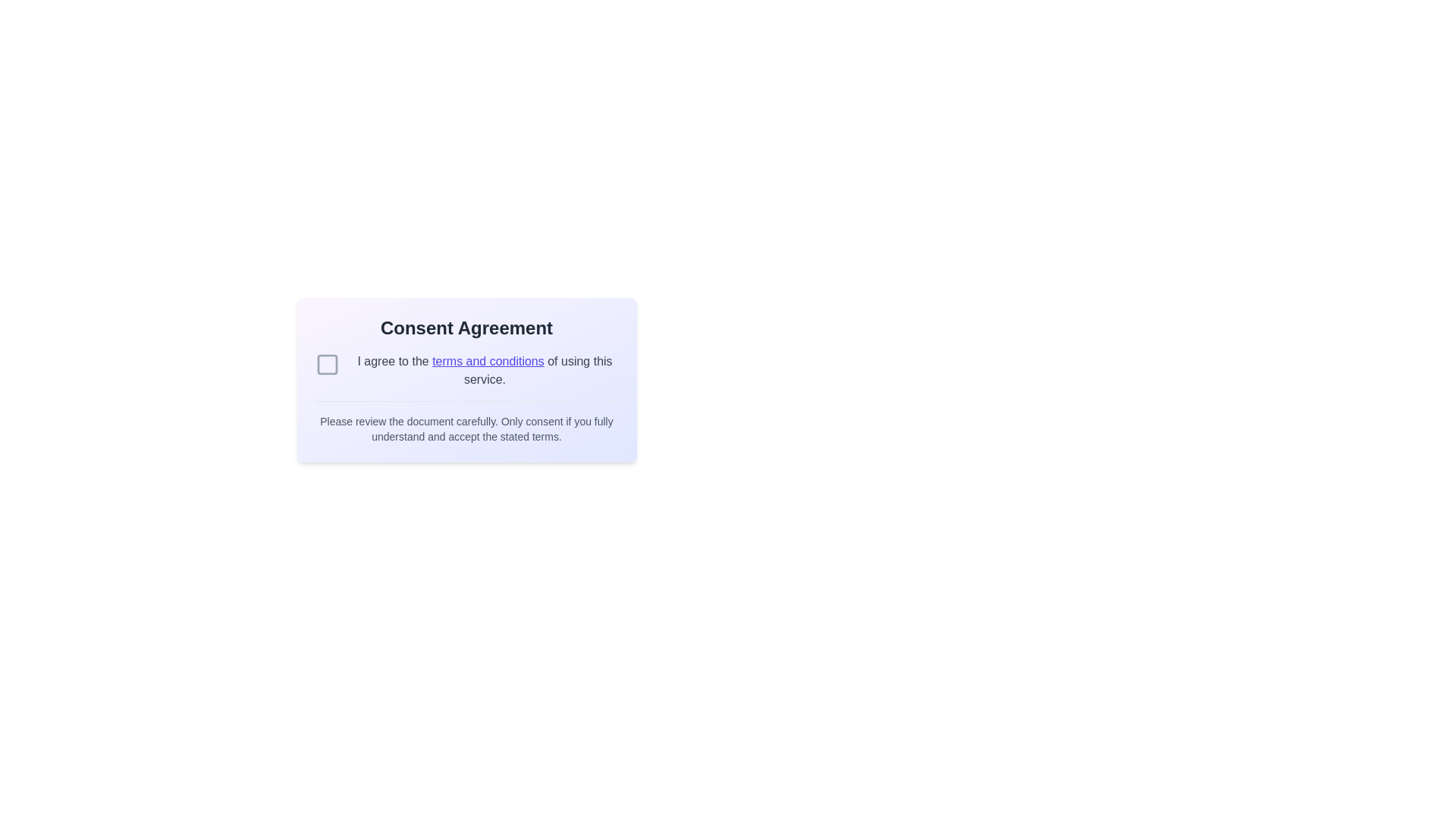  What do you see at coordinates (466, 371) in the screenshot?
I see `the hyperlink in the consent agreement card` at bounding box center [466, 371].